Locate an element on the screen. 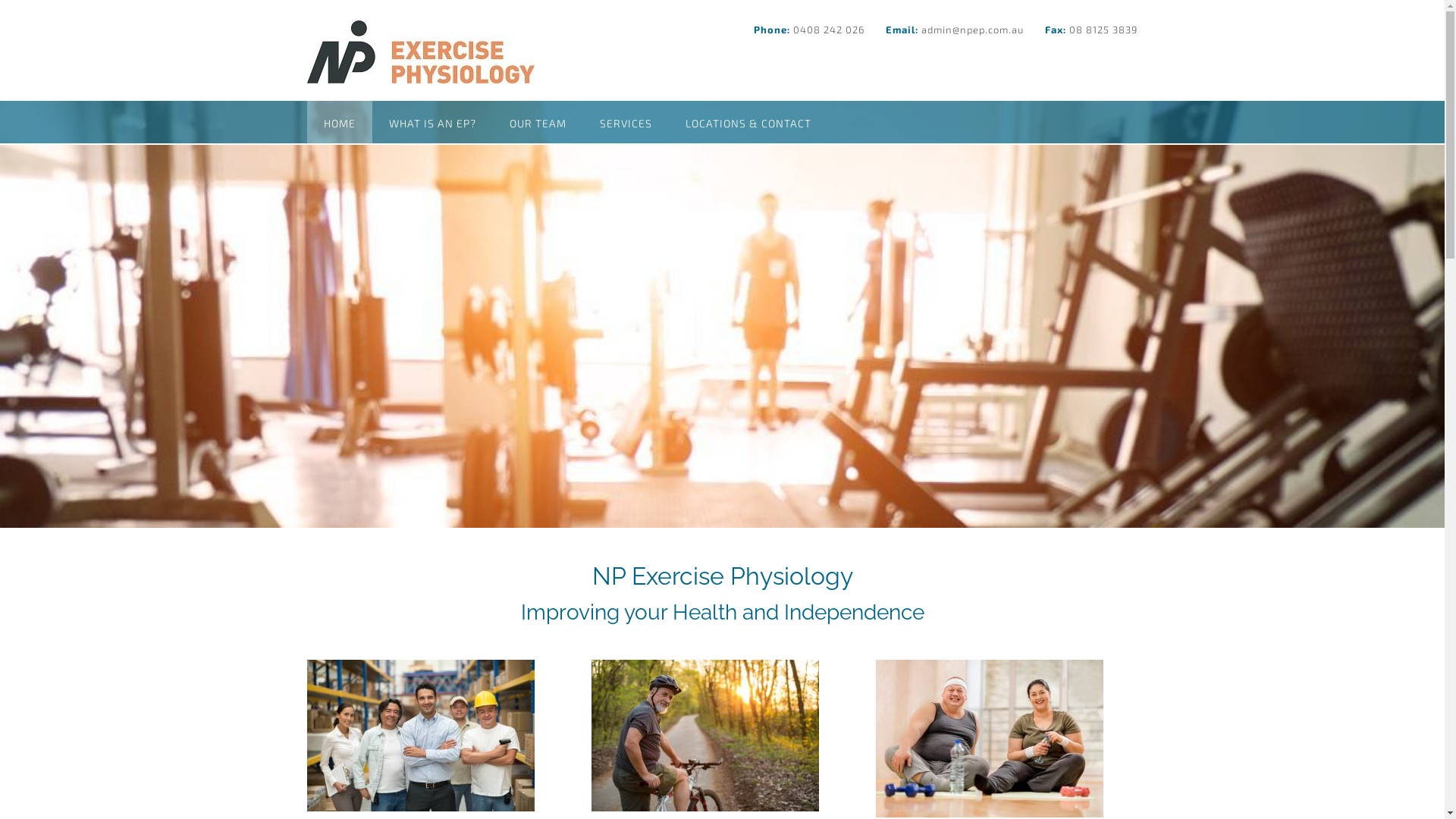 This screenshot has height=819, width=1456. 'SERVICES' is located at coordinates (625, 121).